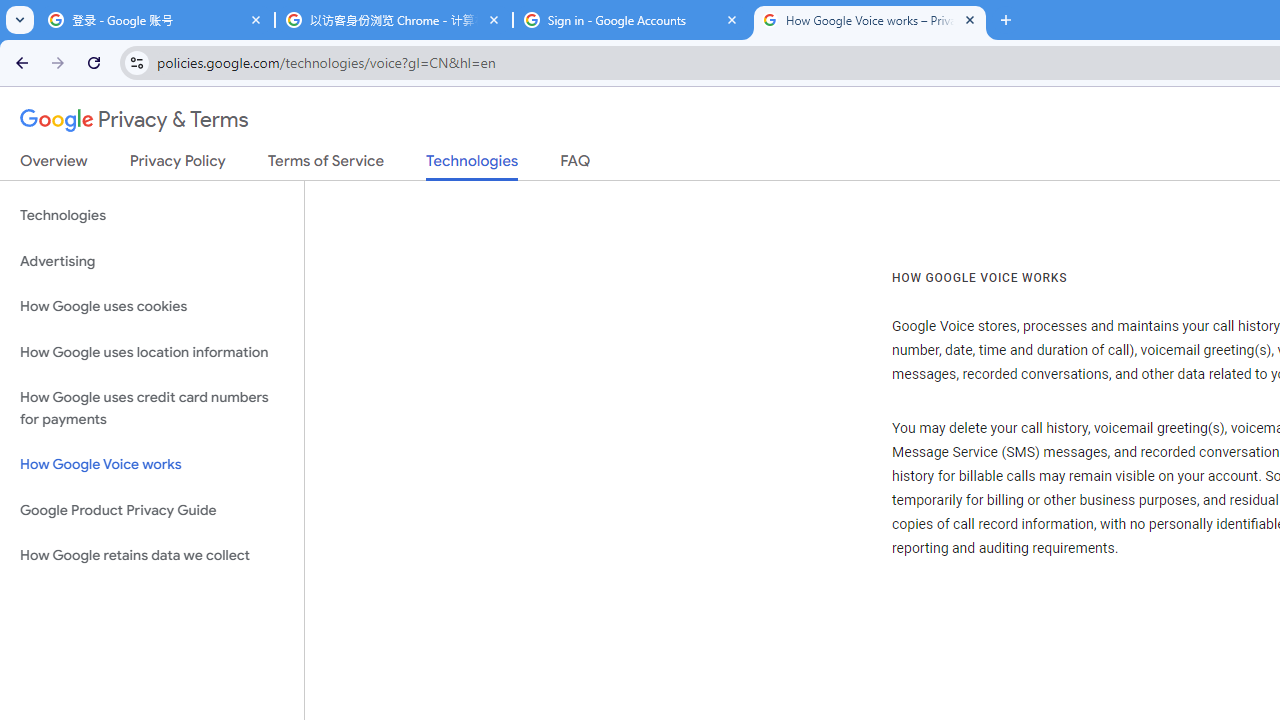 Image resolution: width=1280 pixels, height=720 pixels. Describe the element at coordinates (151, 555) in the screenshot. I see `'How Google retains data we collect'` at that location.